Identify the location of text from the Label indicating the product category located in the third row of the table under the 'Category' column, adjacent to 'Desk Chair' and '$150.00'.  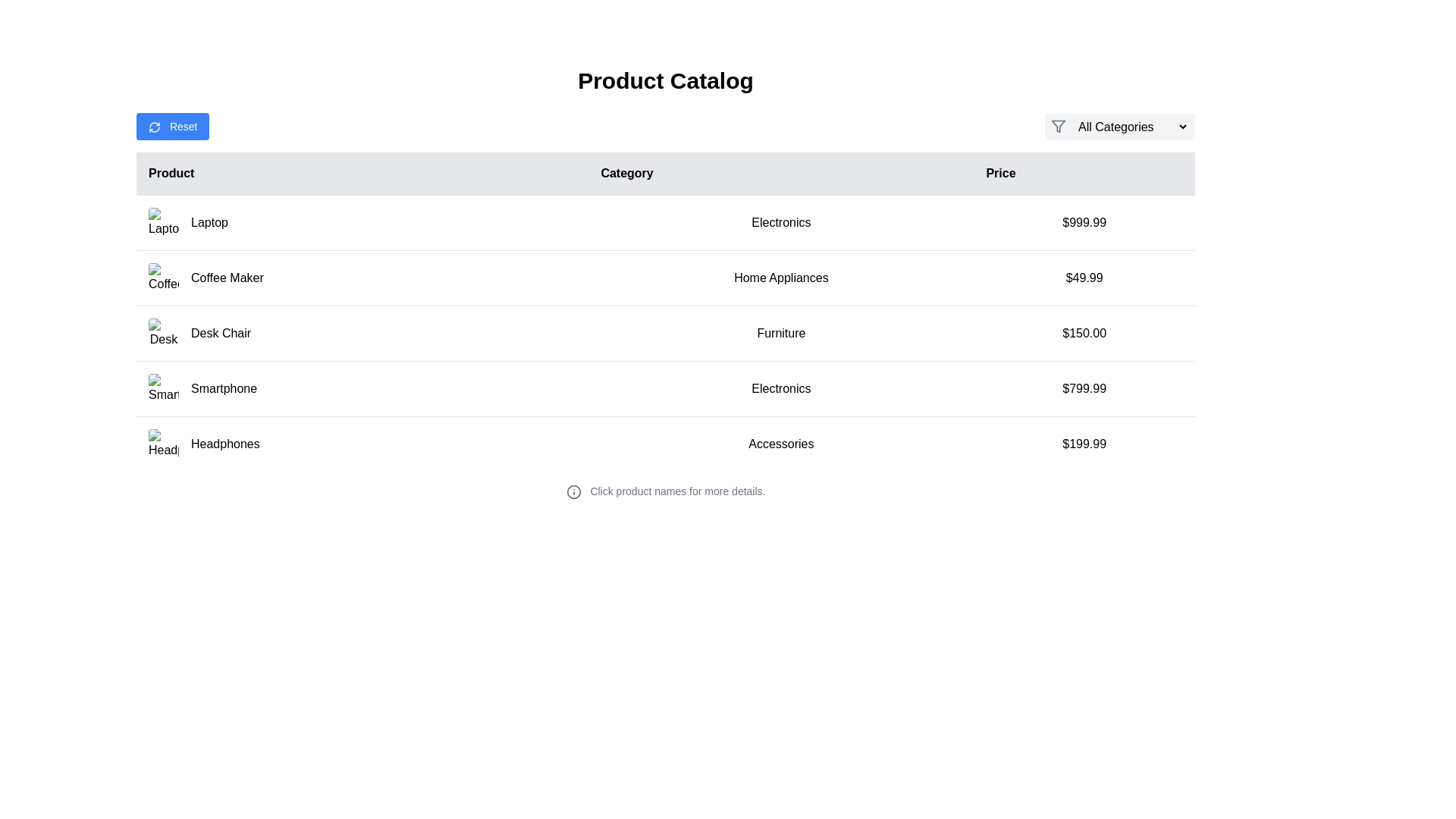
(781, 332).